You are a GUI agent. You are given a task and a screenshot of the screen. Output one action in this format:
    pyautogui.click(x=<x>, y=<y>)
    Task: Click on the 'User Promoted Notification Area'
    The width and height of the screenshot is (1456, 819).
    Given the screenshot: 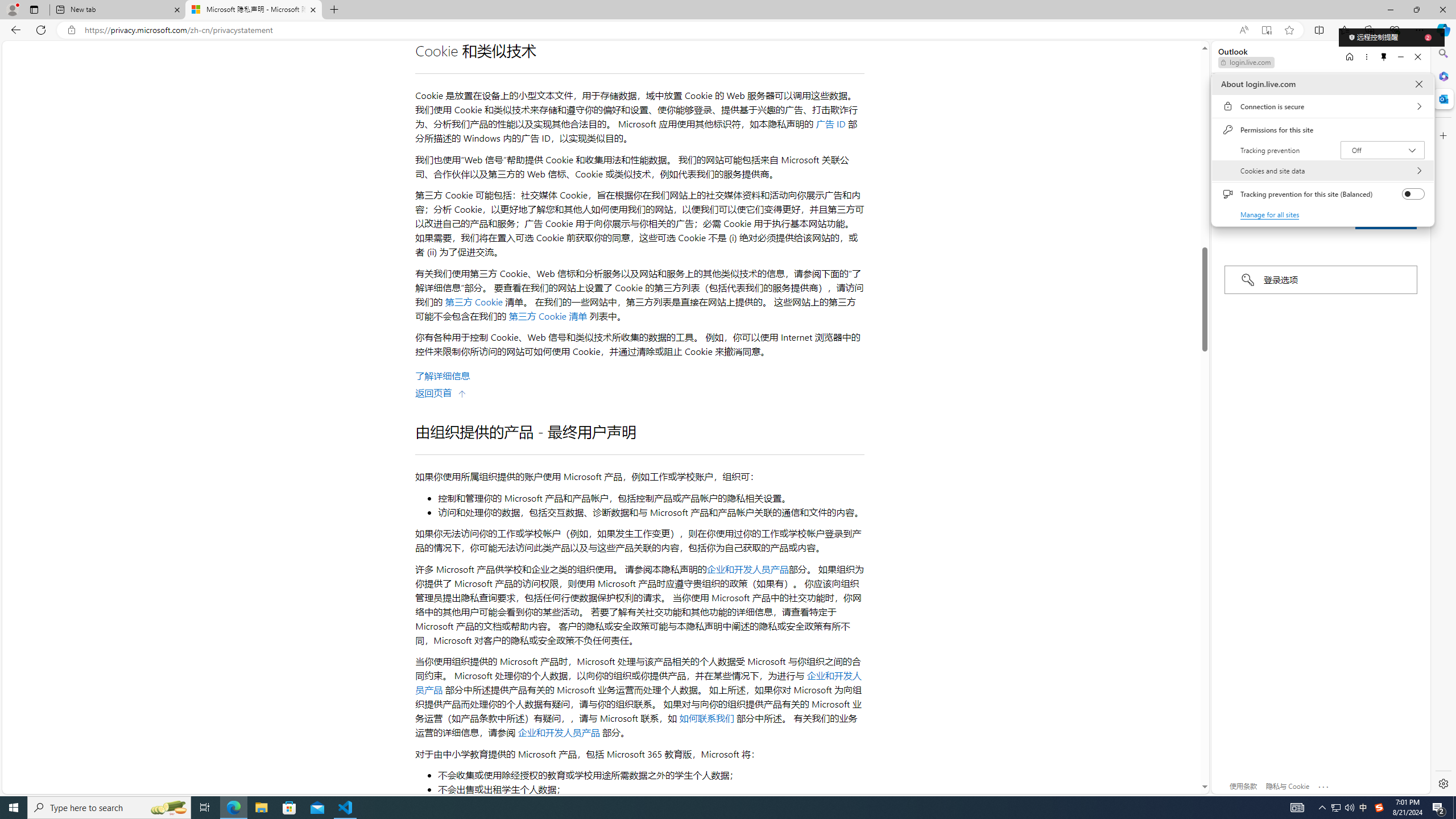 What is the action you would take?
    pyautogui.click(x=1342, y=806)
    